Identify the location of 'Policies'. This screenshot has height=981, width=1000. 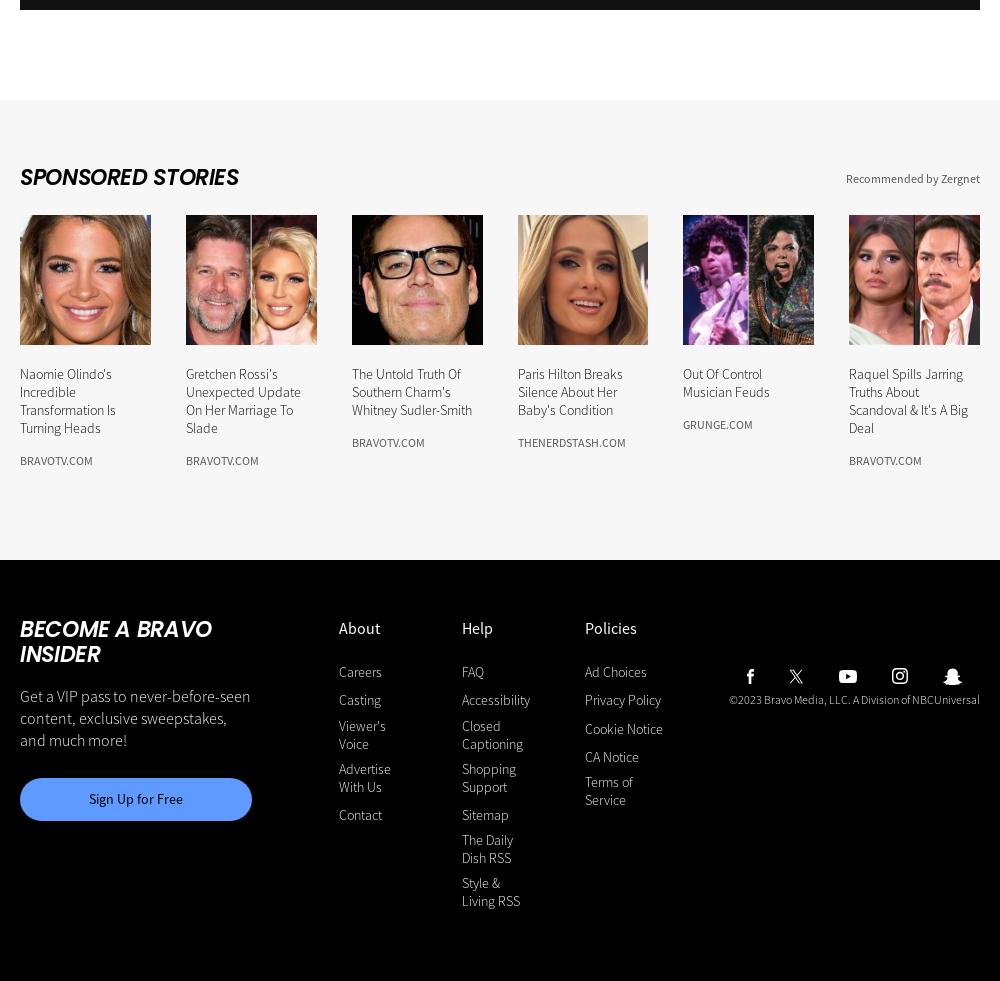
(609, 628).